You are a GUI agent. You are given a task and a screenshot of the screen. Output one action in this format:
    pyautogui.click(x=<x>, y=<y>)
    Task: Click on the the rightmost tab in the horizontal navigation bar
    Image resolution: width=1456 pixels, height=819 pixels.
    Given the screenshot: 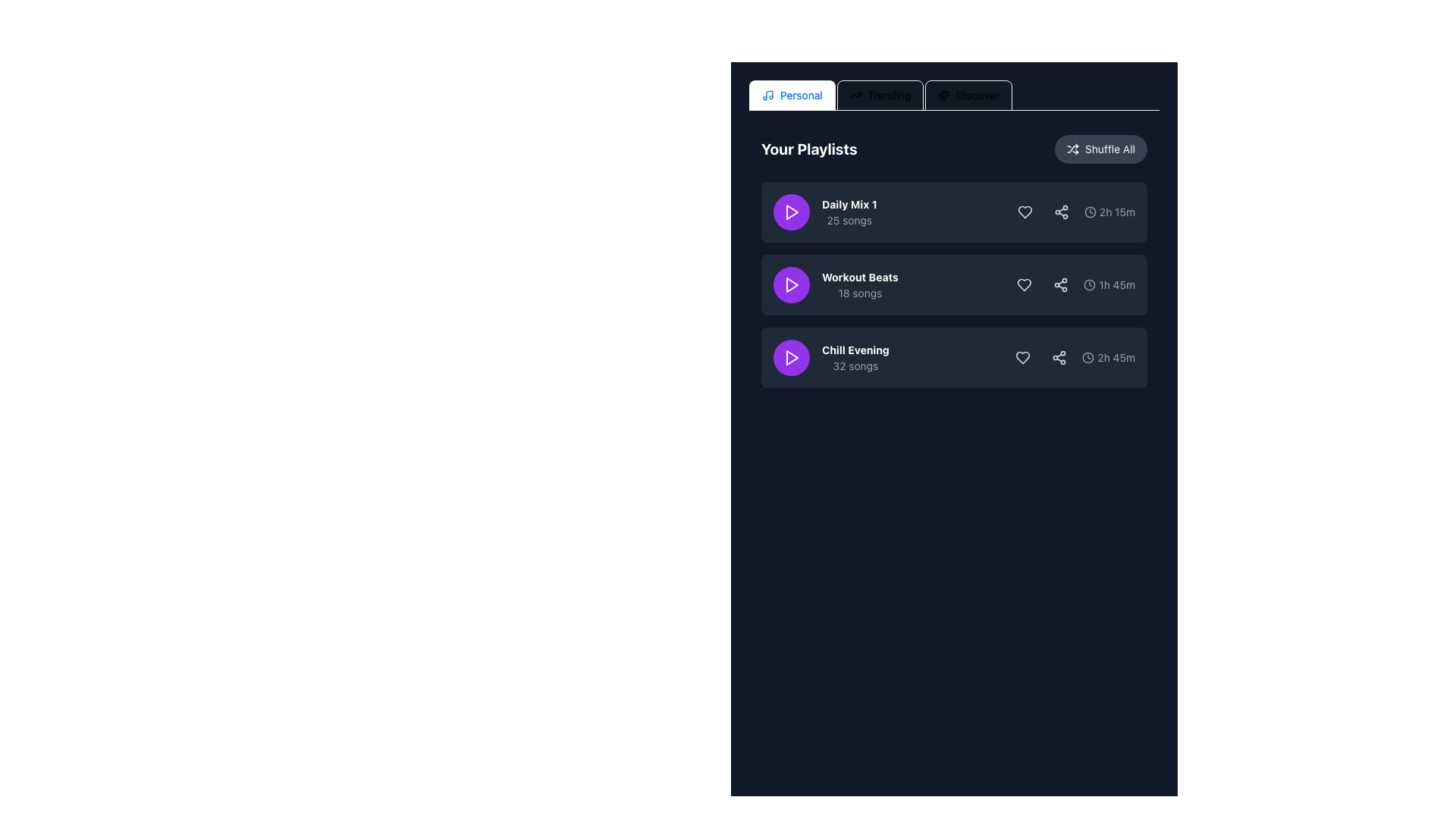 What is the action you would take?
    pyautogui.click(x=968, y=96)
    